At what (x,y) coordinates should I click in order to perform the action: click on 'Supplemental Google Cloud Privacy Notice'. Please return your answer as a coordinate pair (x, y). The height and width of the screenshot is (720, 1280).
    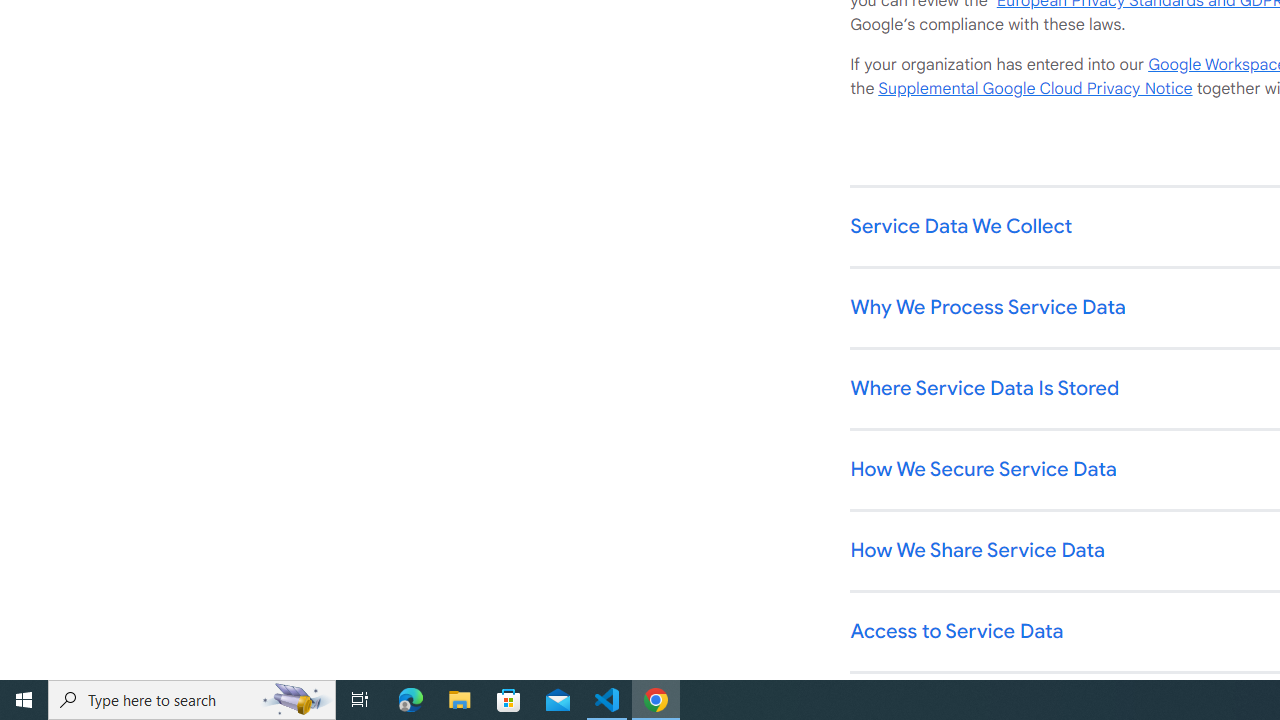
    Looking at the image, I should click on (1035, 88).